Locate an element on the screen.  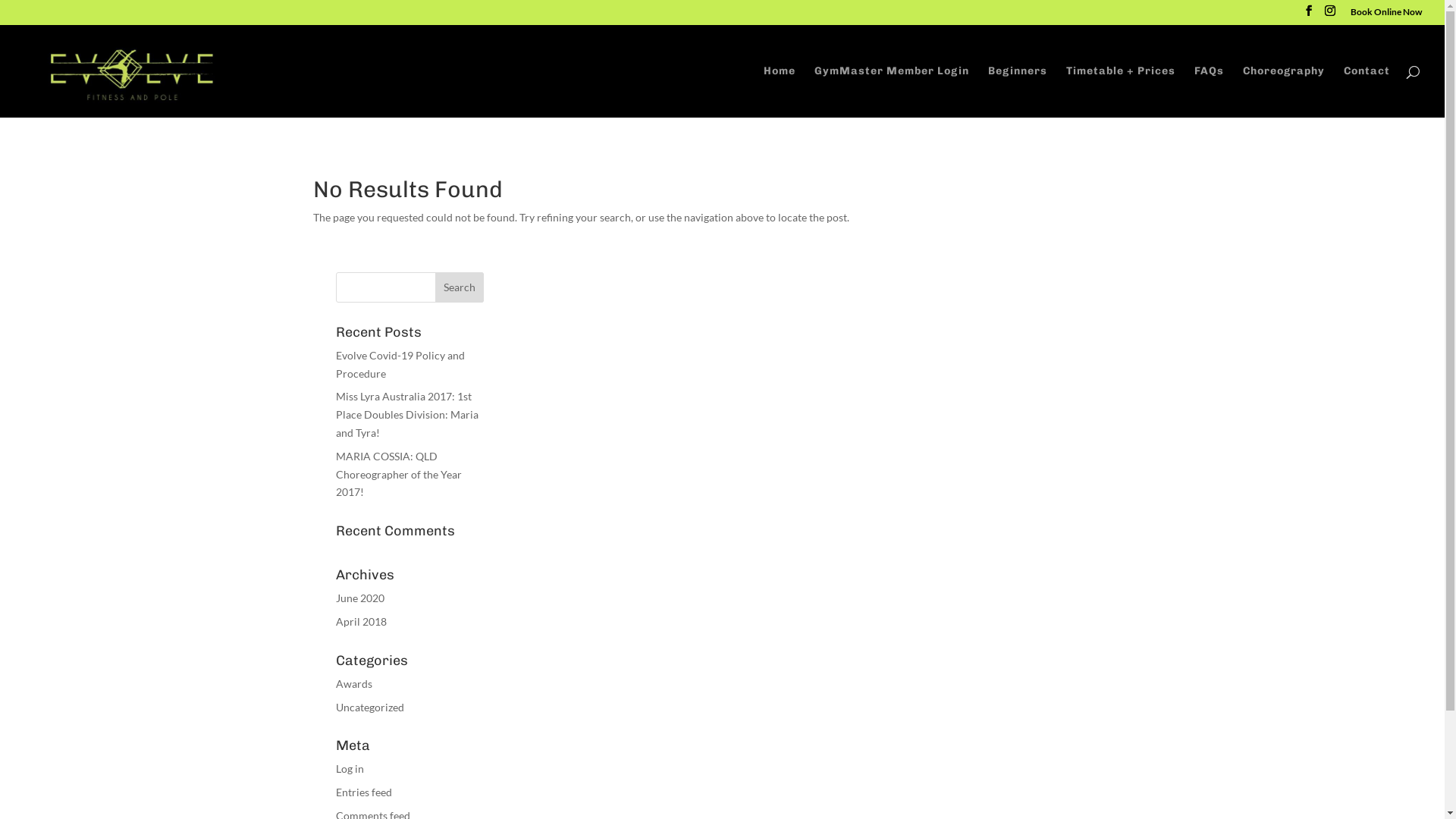
'Beginners' is located at coordinates (1018, 90).